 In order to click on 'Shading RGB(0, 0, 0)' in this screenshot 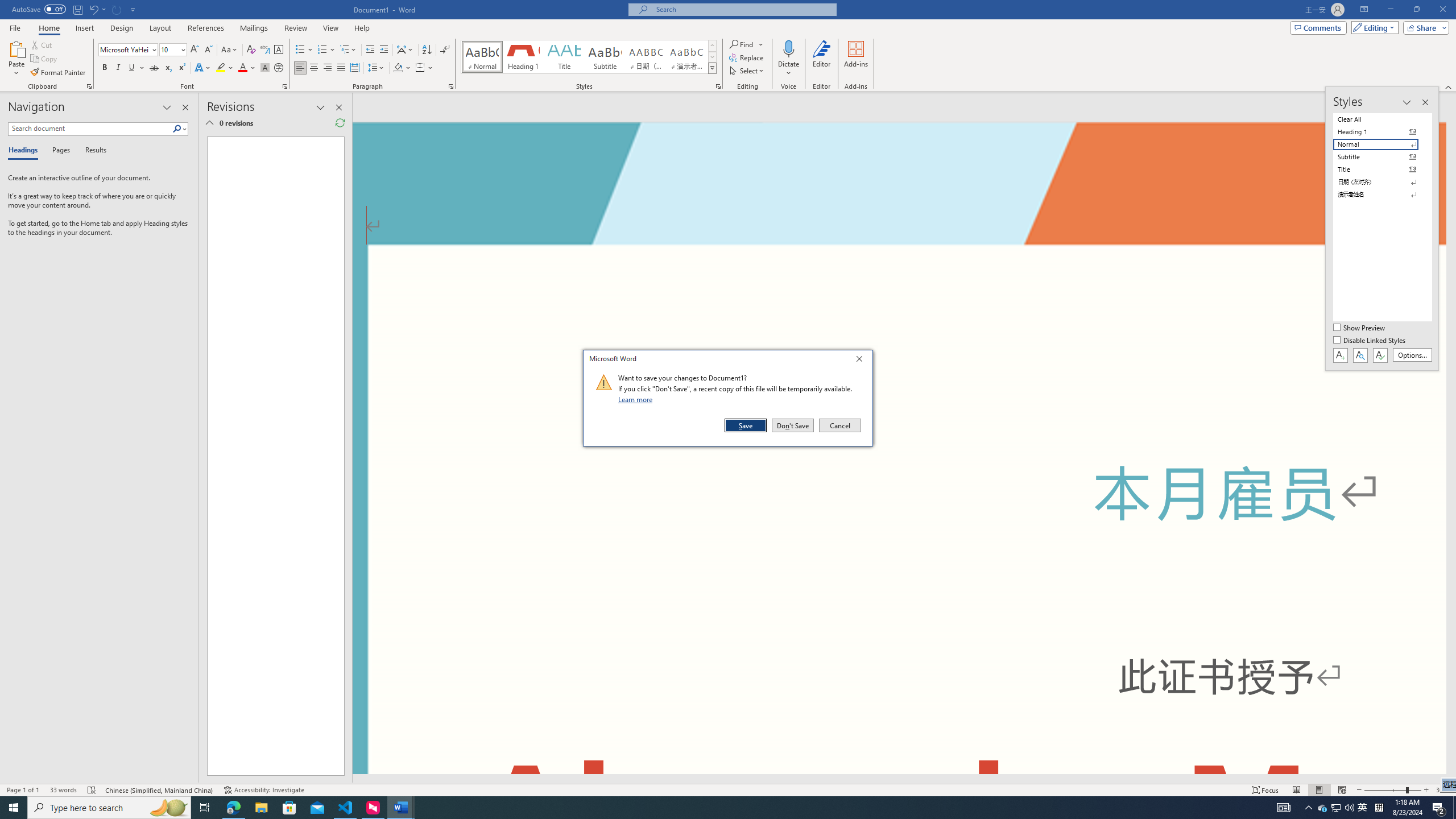, I will do `click(398, 67)`.